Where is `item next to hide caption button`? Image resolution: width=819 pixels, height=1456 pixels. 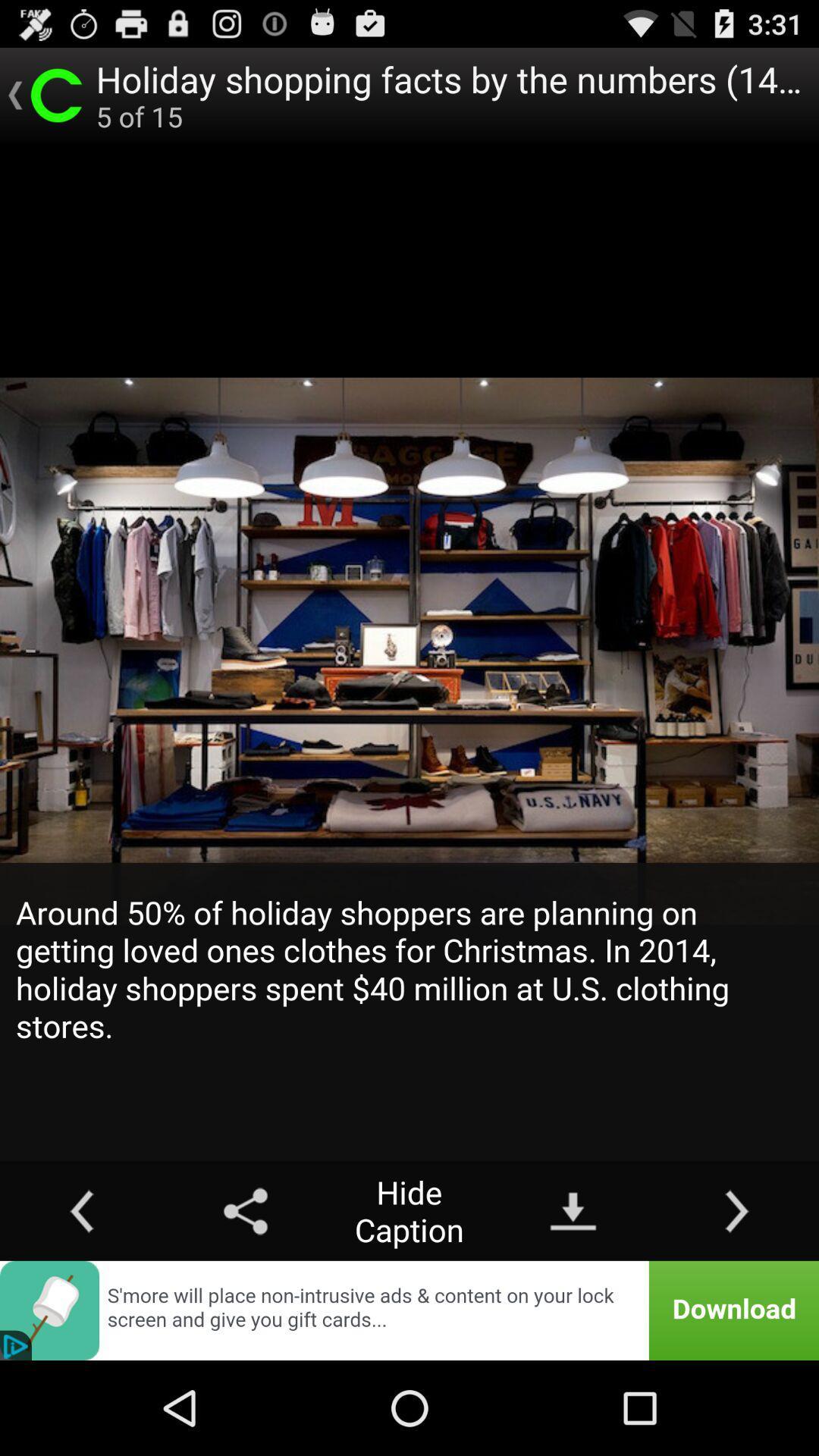 item next to hide caption button is located at coordinates (573, 1210).